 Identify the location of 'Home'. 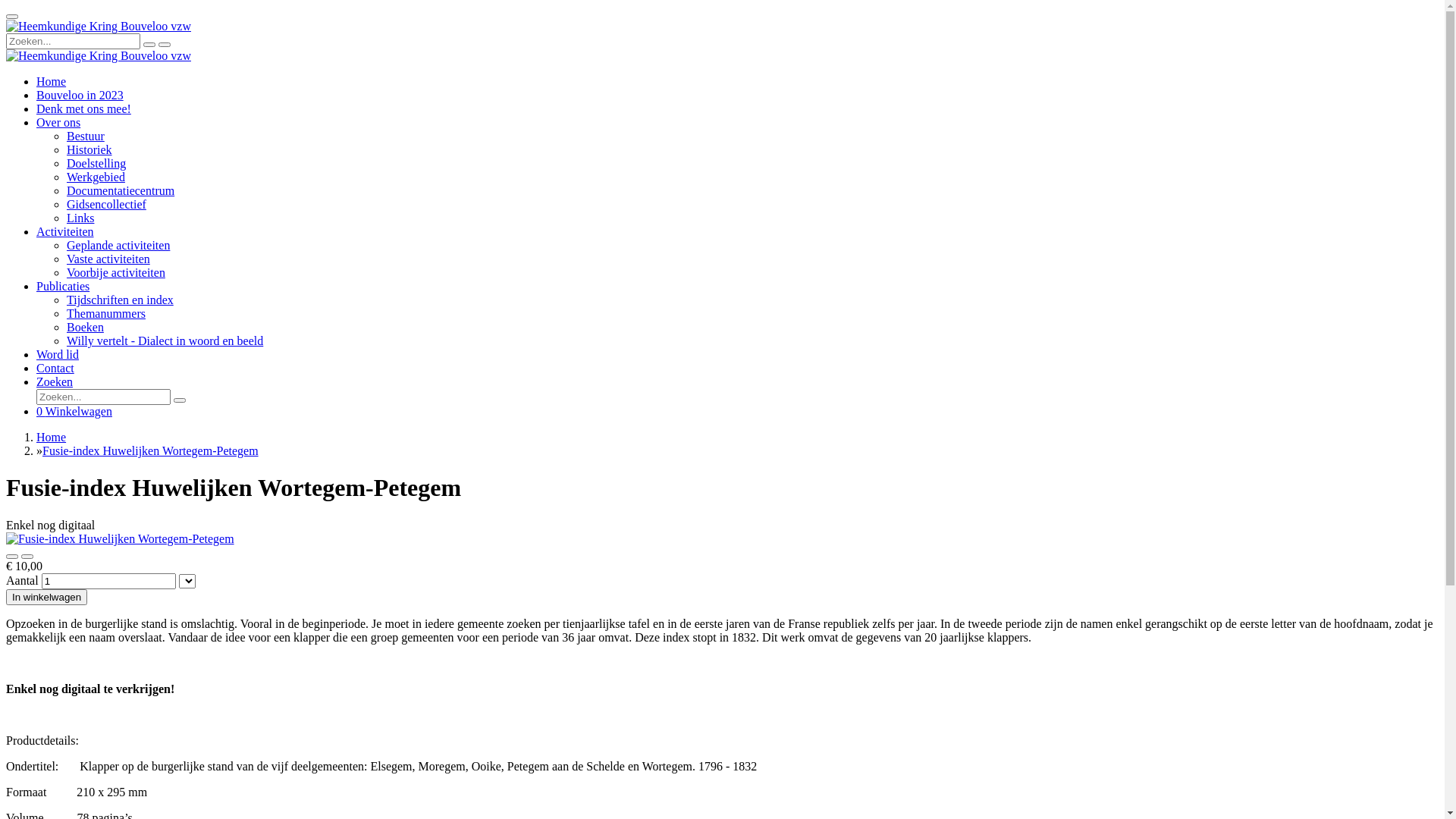
(36, 437).